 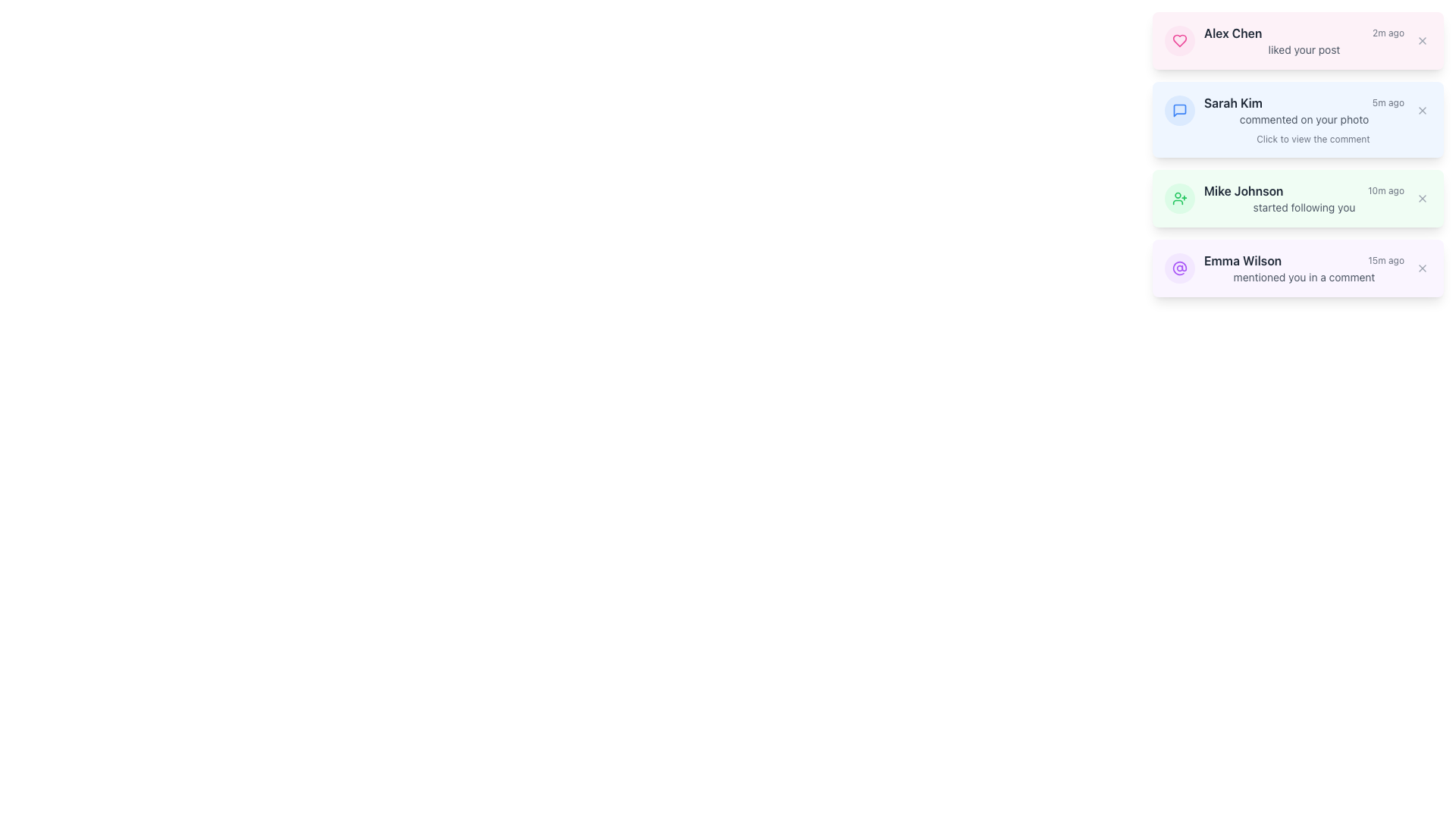 I want to click on the text label displaying 'Mike Johnson' in bold or semi-bold dark gray font, located in the top left of a green notification card, so click(x=1244, y=190).